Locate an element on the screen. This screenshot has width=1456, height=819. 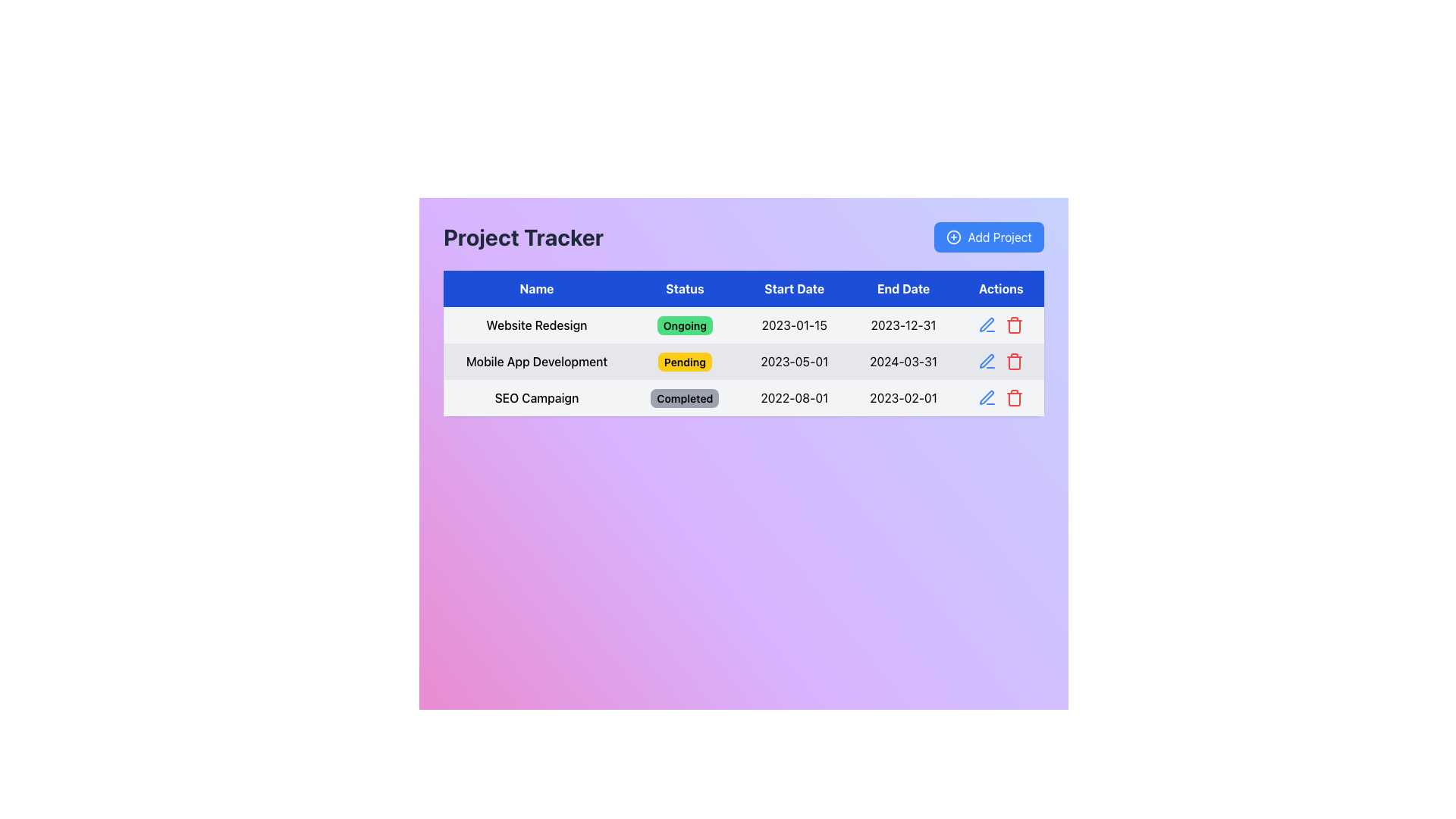
the delete button in the 'Actions' column of the last row for the 'SEO Campaign' with status 'Completed' to initiate the delete operation is located at coordinates (1015, 397).